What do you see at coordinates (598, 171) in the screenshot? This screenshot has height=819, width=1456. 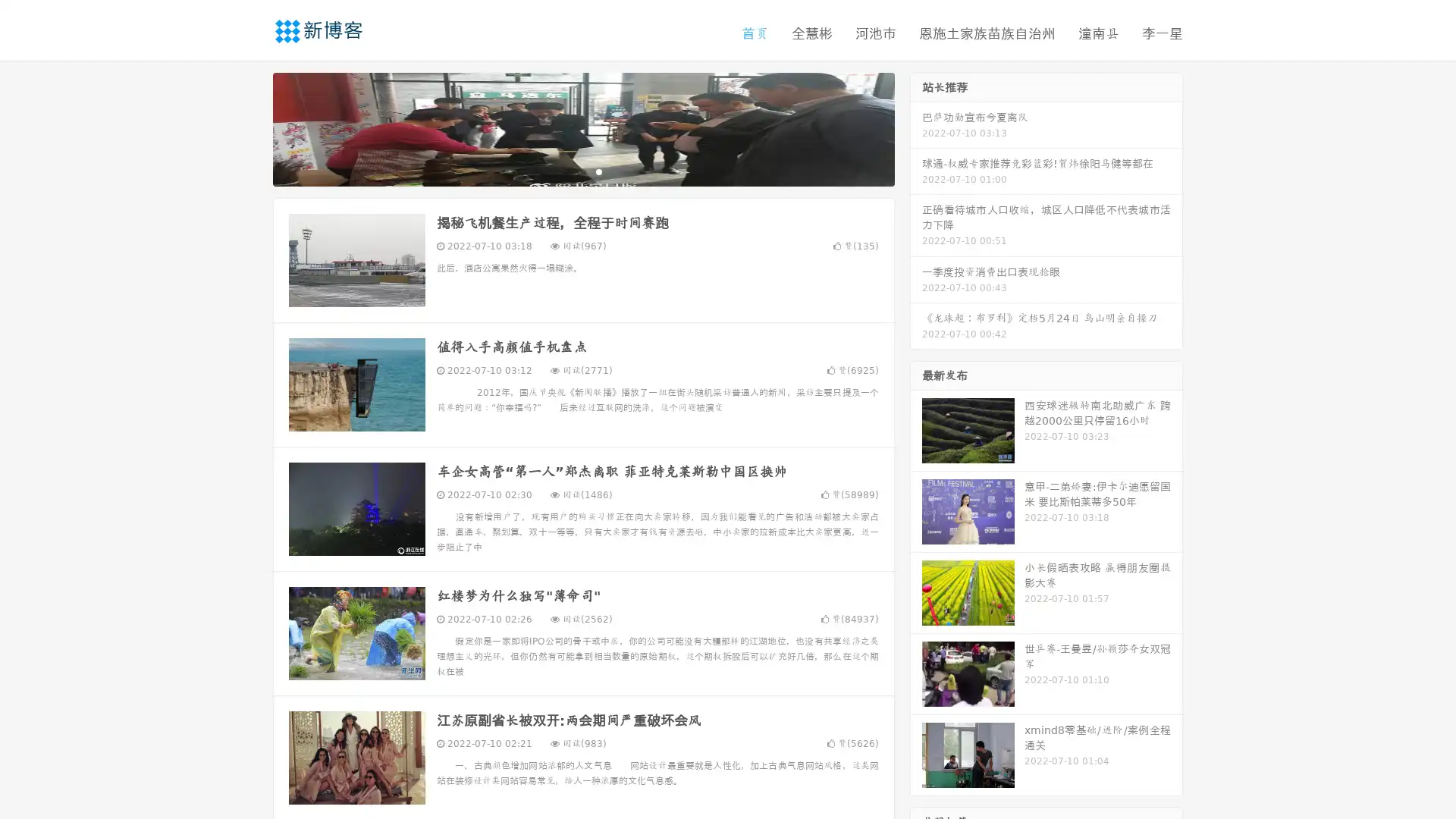 I see `Go to slide 3` at bounding box center [598, 171].